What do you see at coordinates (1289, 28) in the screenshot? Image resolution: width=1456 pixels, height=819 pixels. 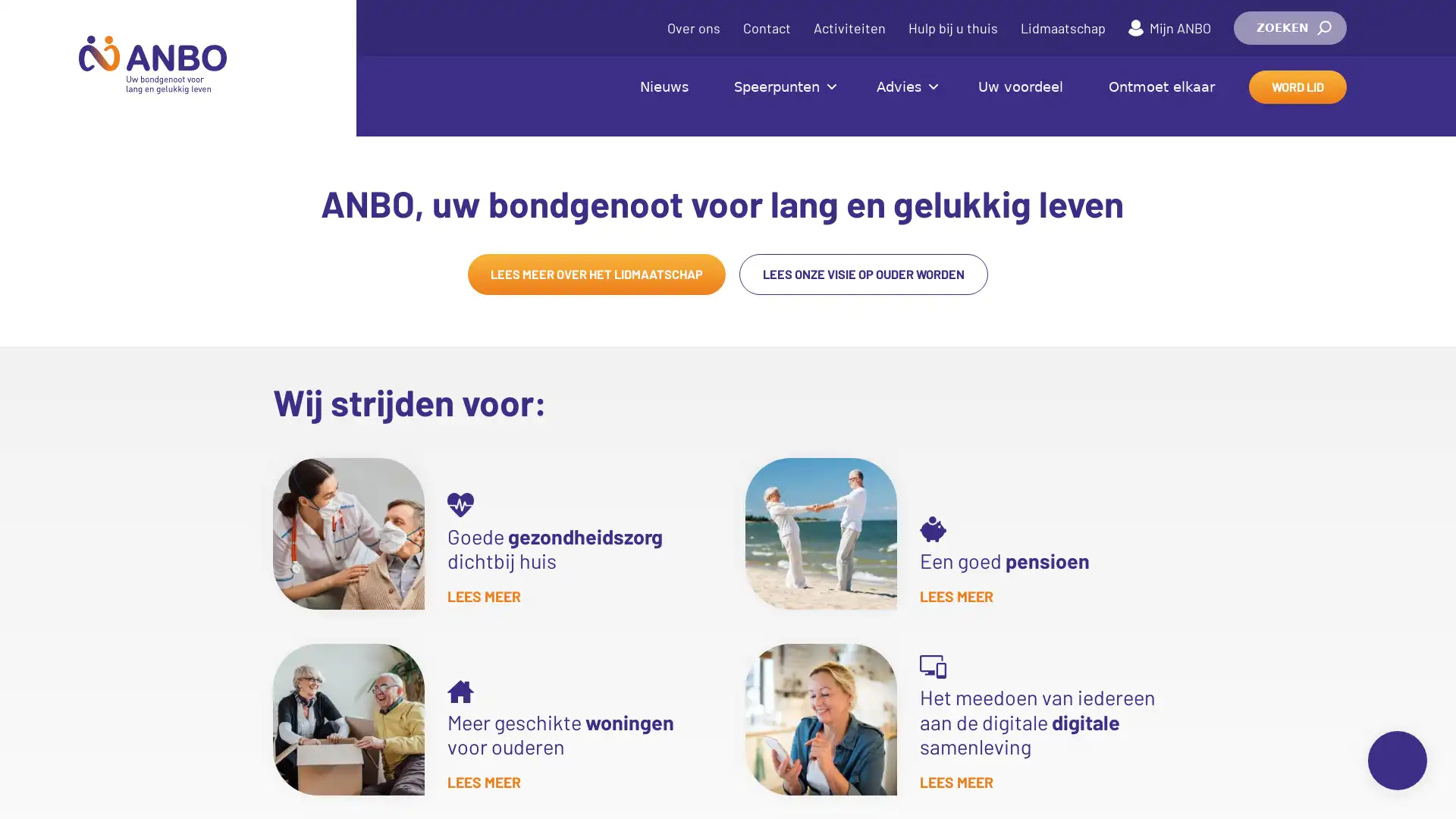 I see `ZOEKEN` at bounding box center [1289, 28].